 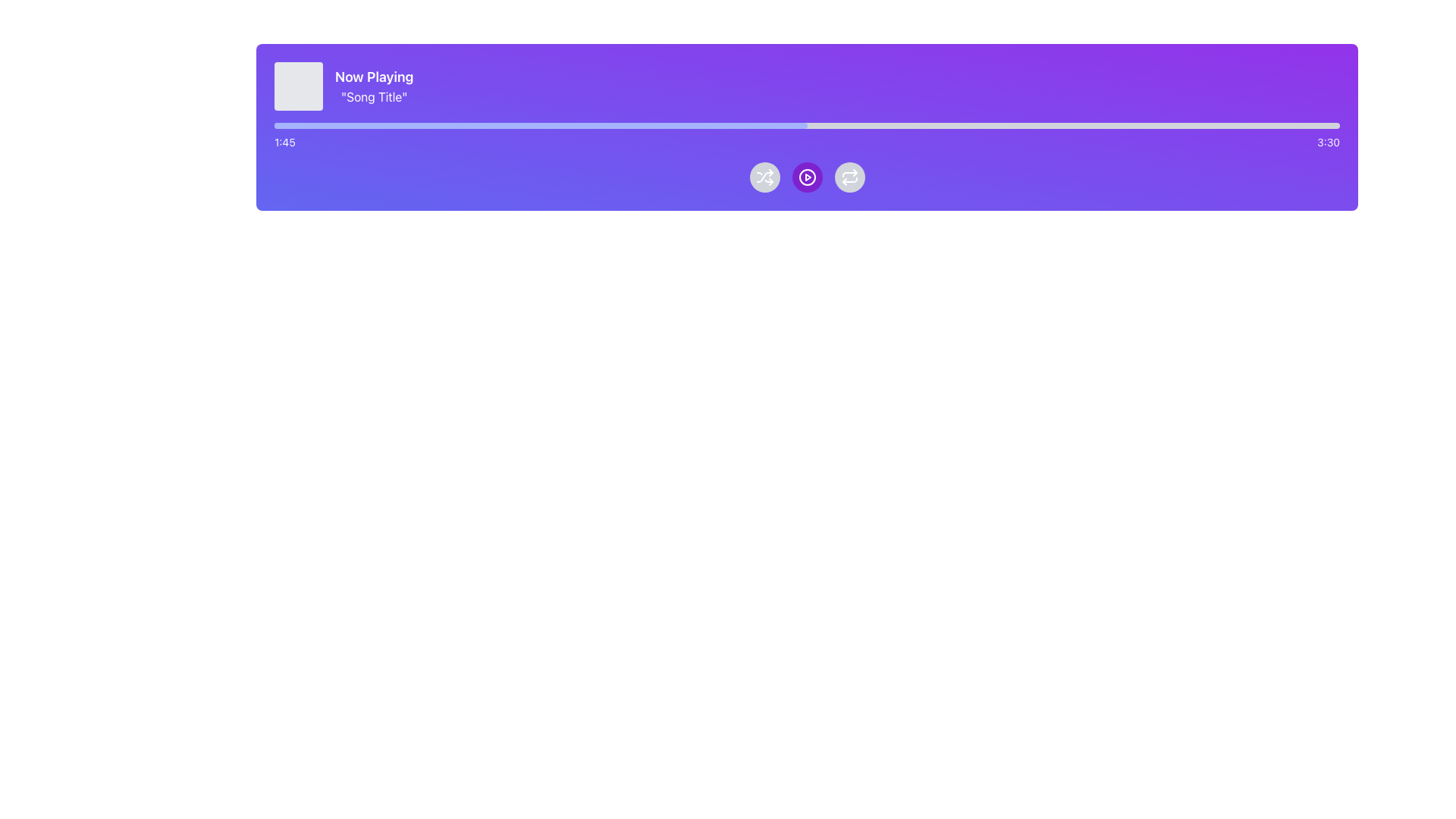 What do you see at coordinates (582, 124) in the screenshot?
I see `playback progress` at bounding box center [582, 124].